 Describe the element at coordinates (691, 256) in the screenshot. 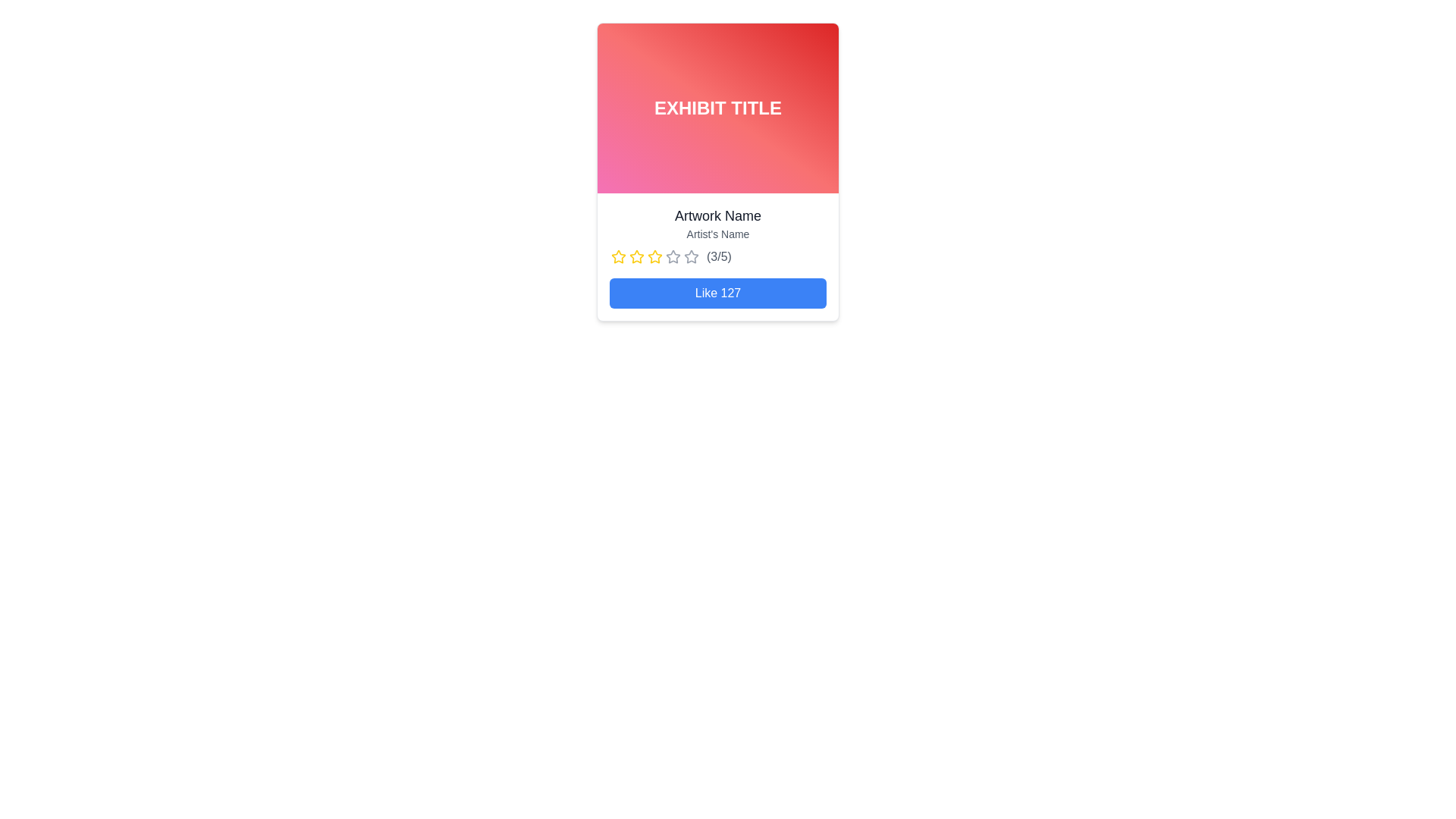

I see `the third star` at that location.